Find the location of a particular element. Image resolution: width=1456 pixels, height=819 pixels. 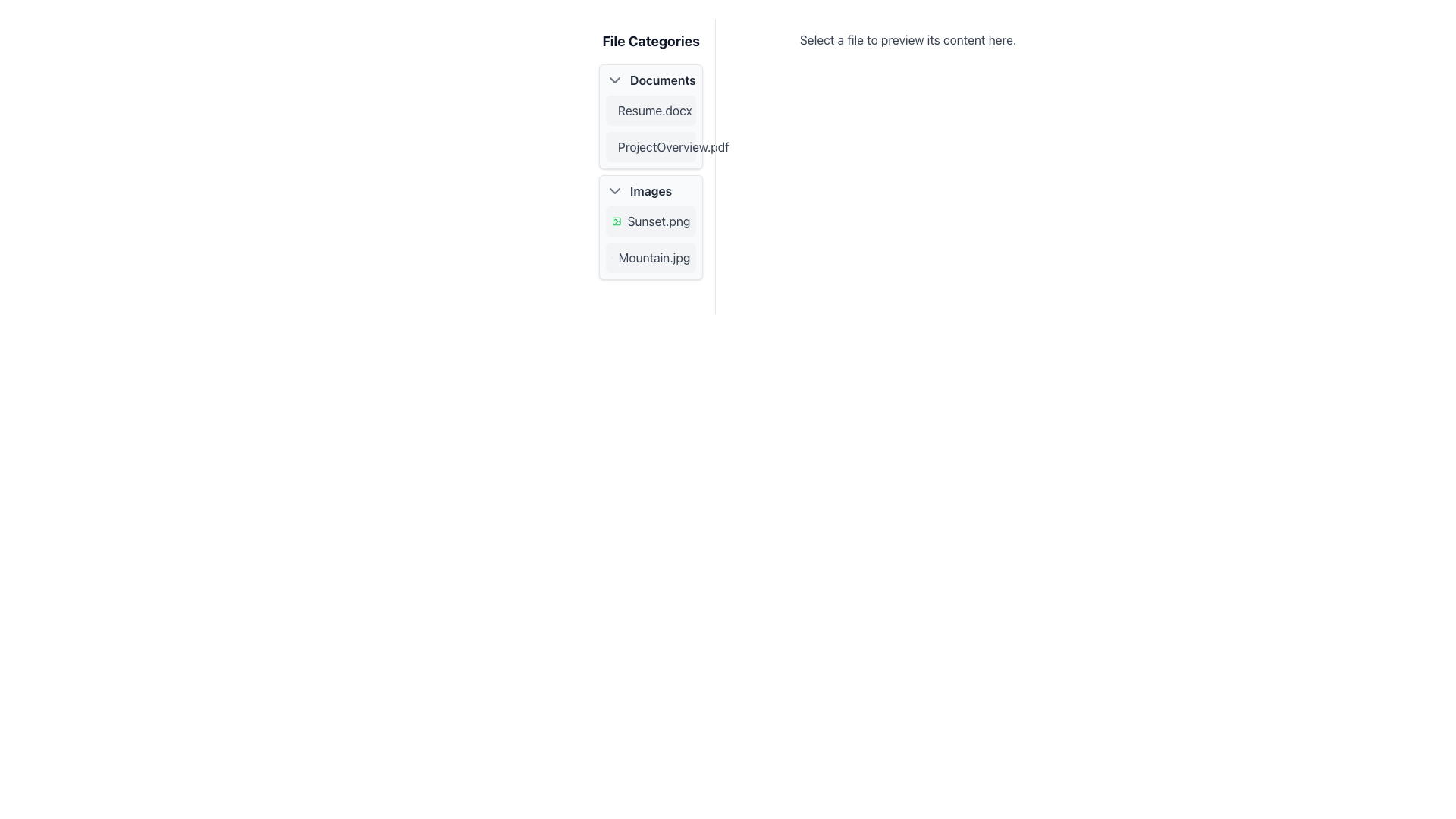

the text label 'ProjectOverview.pdf' under the 'Documents' category is located at coordinates (673, 146).